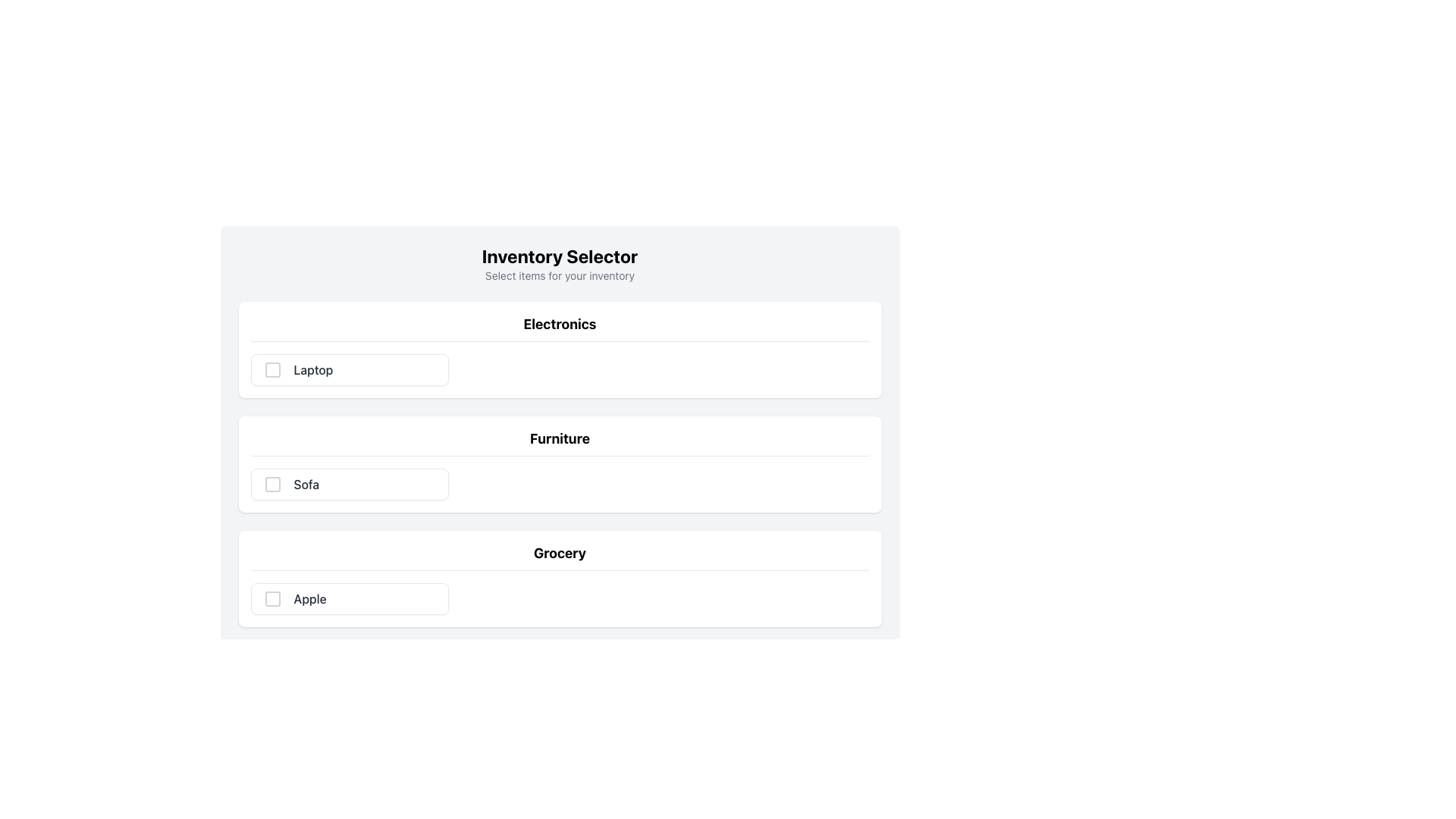 This screenshot has width=1456, height=819. What do you see at coordinates (272, 598) in the screenshot?
I see `the square SVG graphical element with rounded corners, styled in light gray, located in the third section labeled 'Grocery' next to 'Apple'` at bounding box center [272, 598].